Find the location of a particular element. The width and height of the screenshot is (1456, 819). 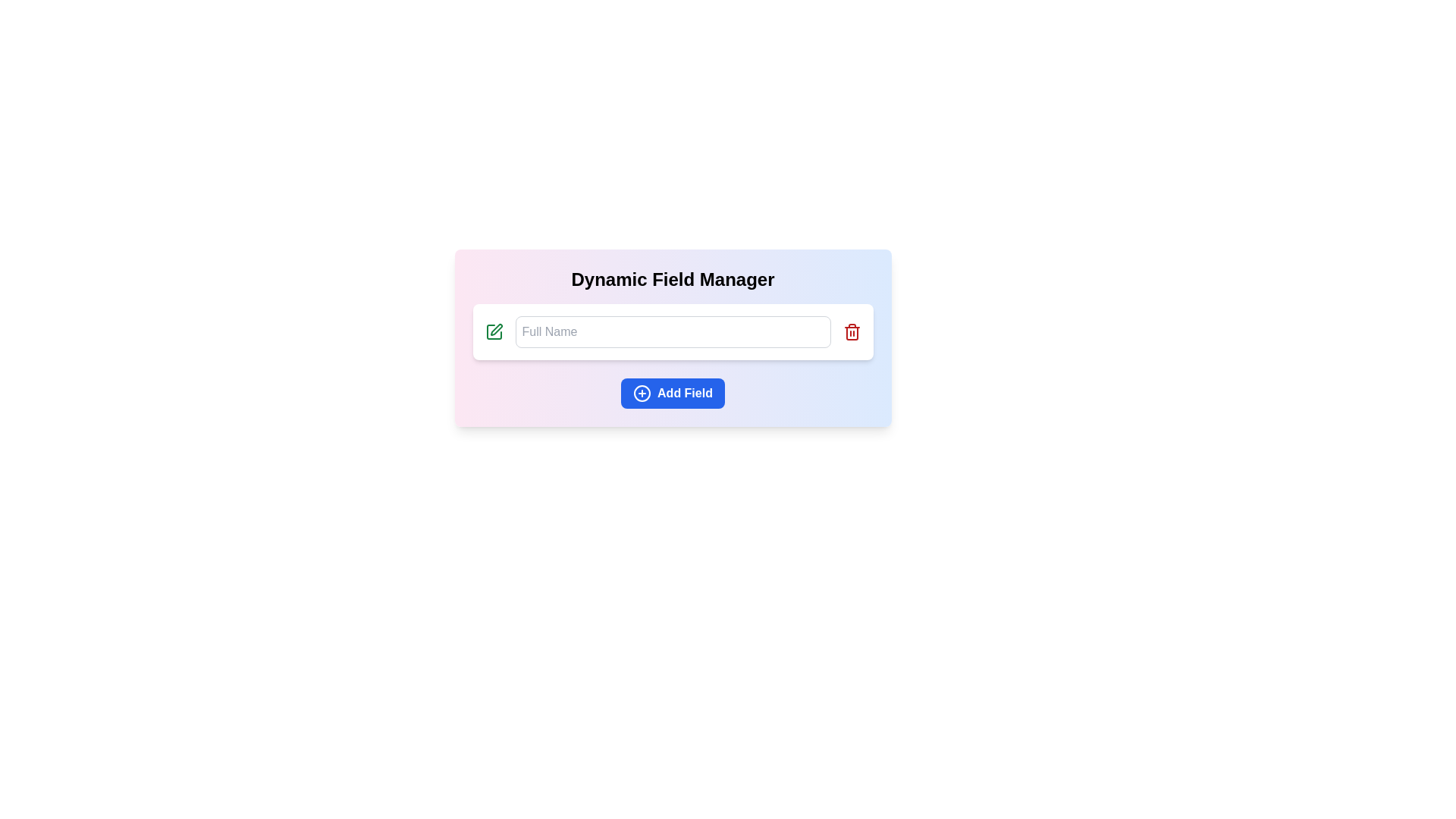

the red trash bin icon button located to the far right of the input field is located at coordinates (852, 331).